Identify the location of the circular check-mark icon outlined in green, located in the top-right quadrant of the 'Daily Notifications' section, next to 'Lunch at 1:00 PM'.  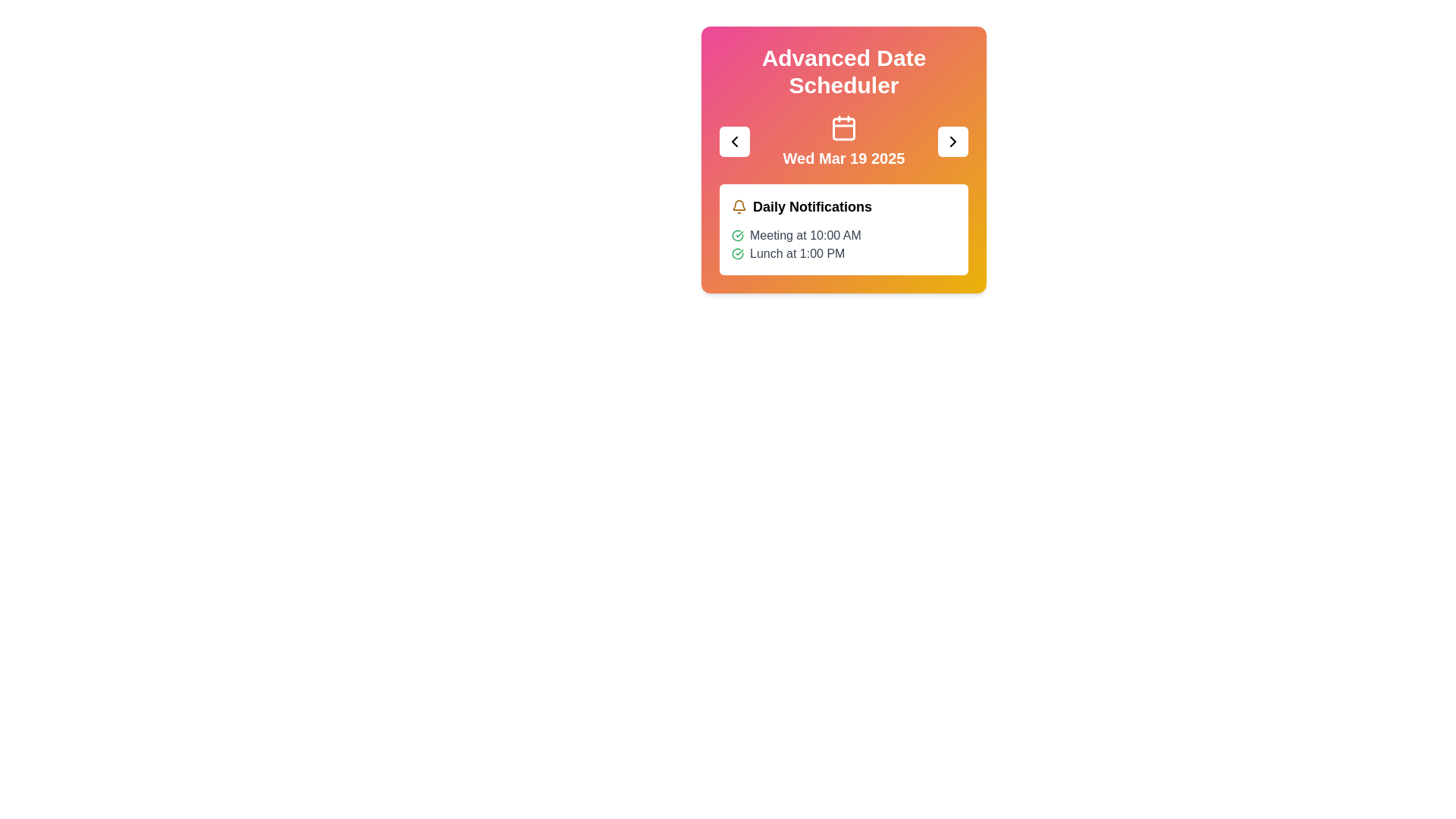
(738, 236).